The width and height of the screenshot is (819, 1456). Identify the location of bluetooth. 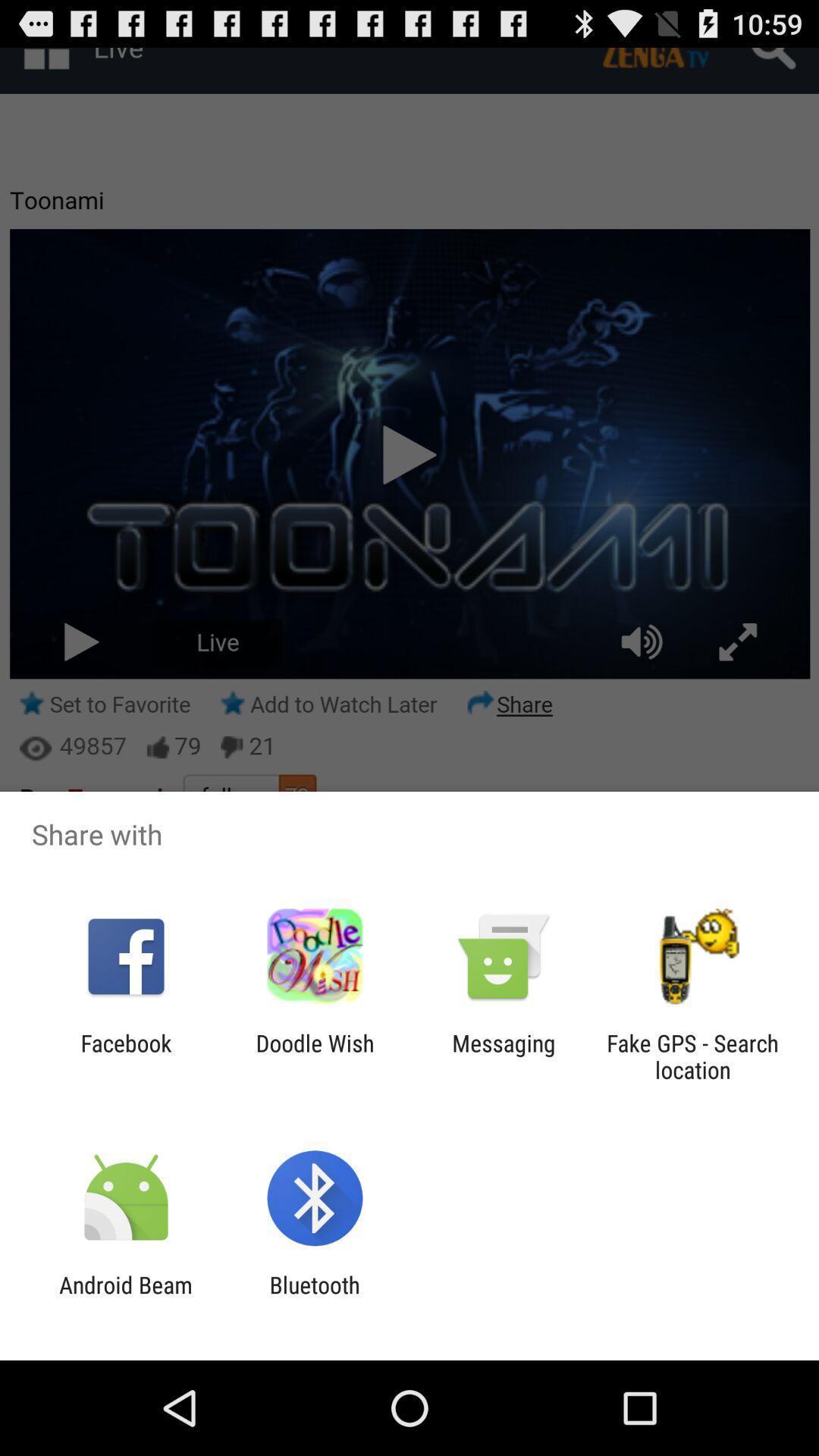
(314, 1298).